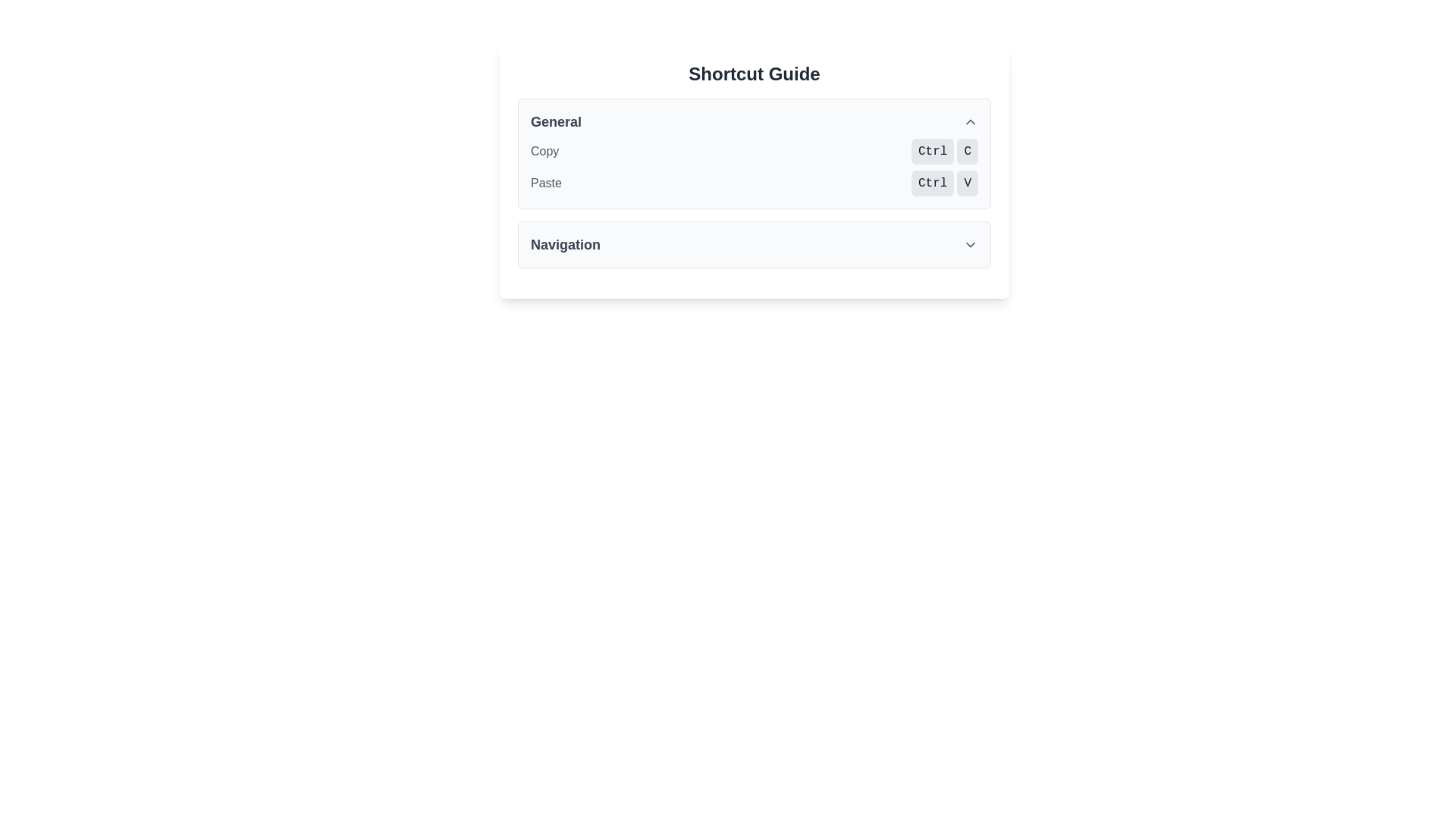 This screenshot has width=1456, height=819. Describe the element at coordinates (967, 152) in the screenshot. I see `the static representation of the 'C' key in the 'Shortcut Guide' under the 'General' section, which visually indicates the 'Copy' shortcut` at that location.